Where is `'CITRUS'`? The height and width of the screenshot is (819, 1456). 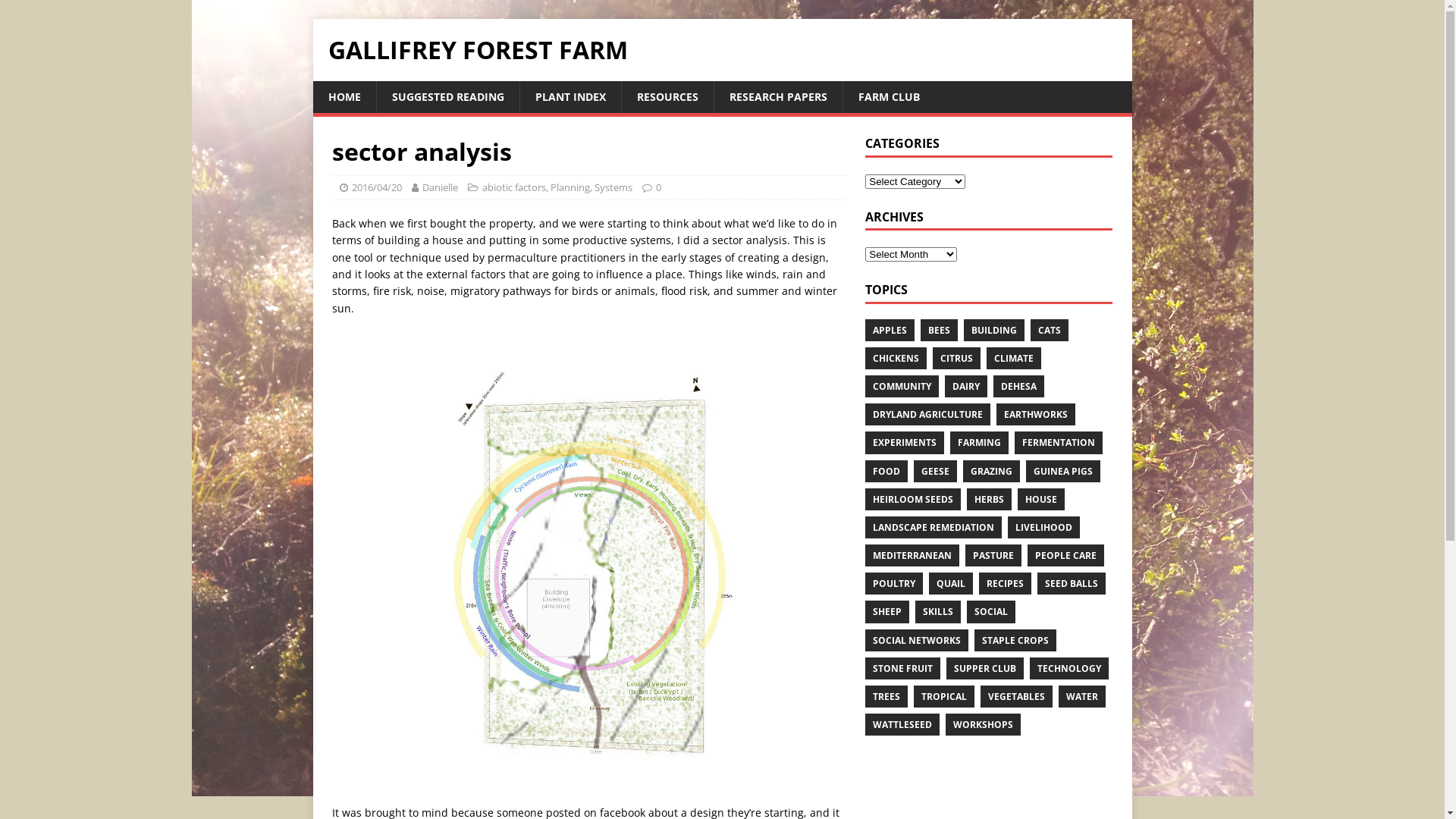
'CITRUS' is located at coordinates (955, 358).